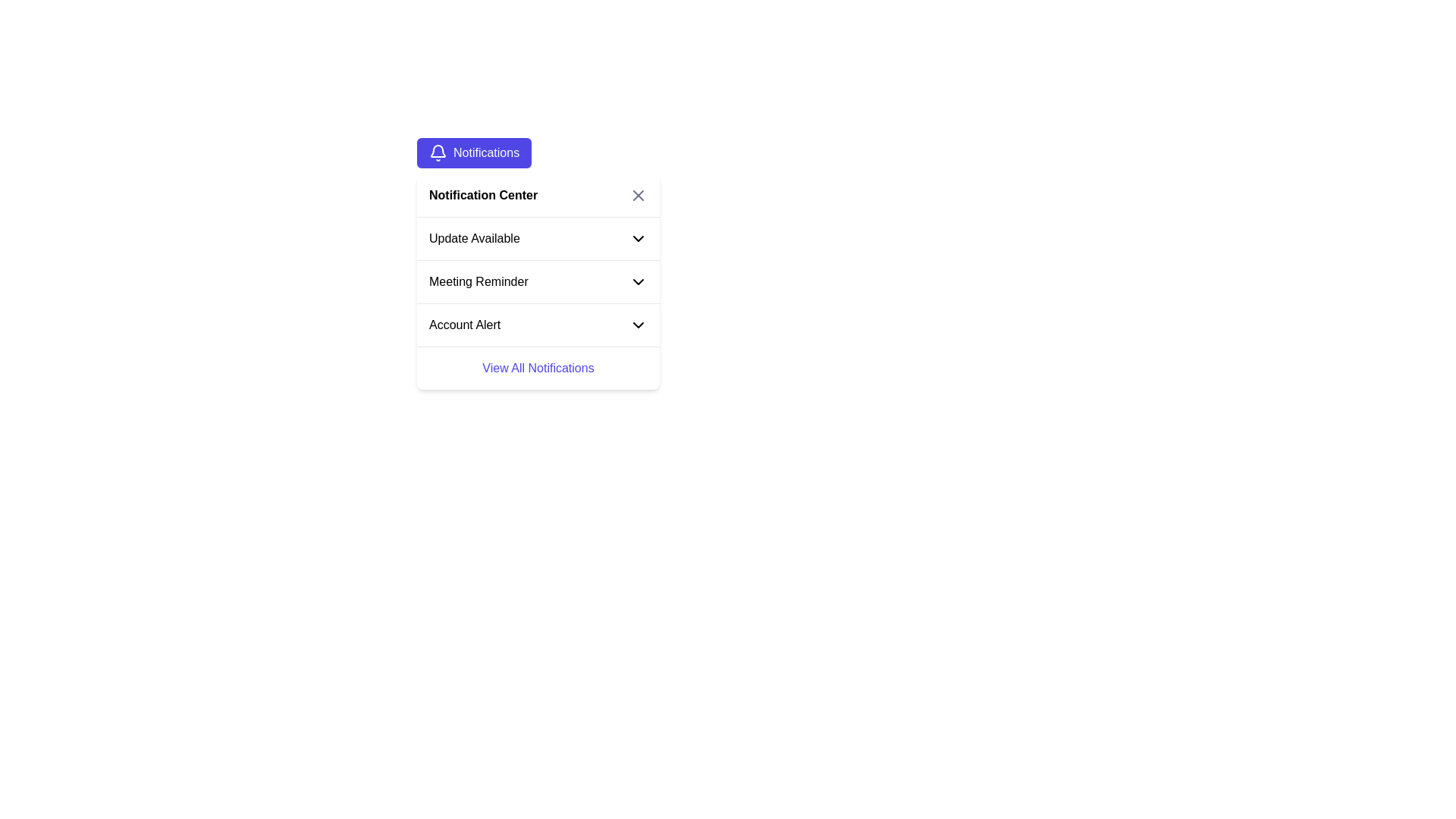 Image resolution: width=1456 pixels, height=819 pixels. I want to click on the second item in the notification list, which is the Expandable Notification Item for 'Meeting Reminder', so click(538, 281).